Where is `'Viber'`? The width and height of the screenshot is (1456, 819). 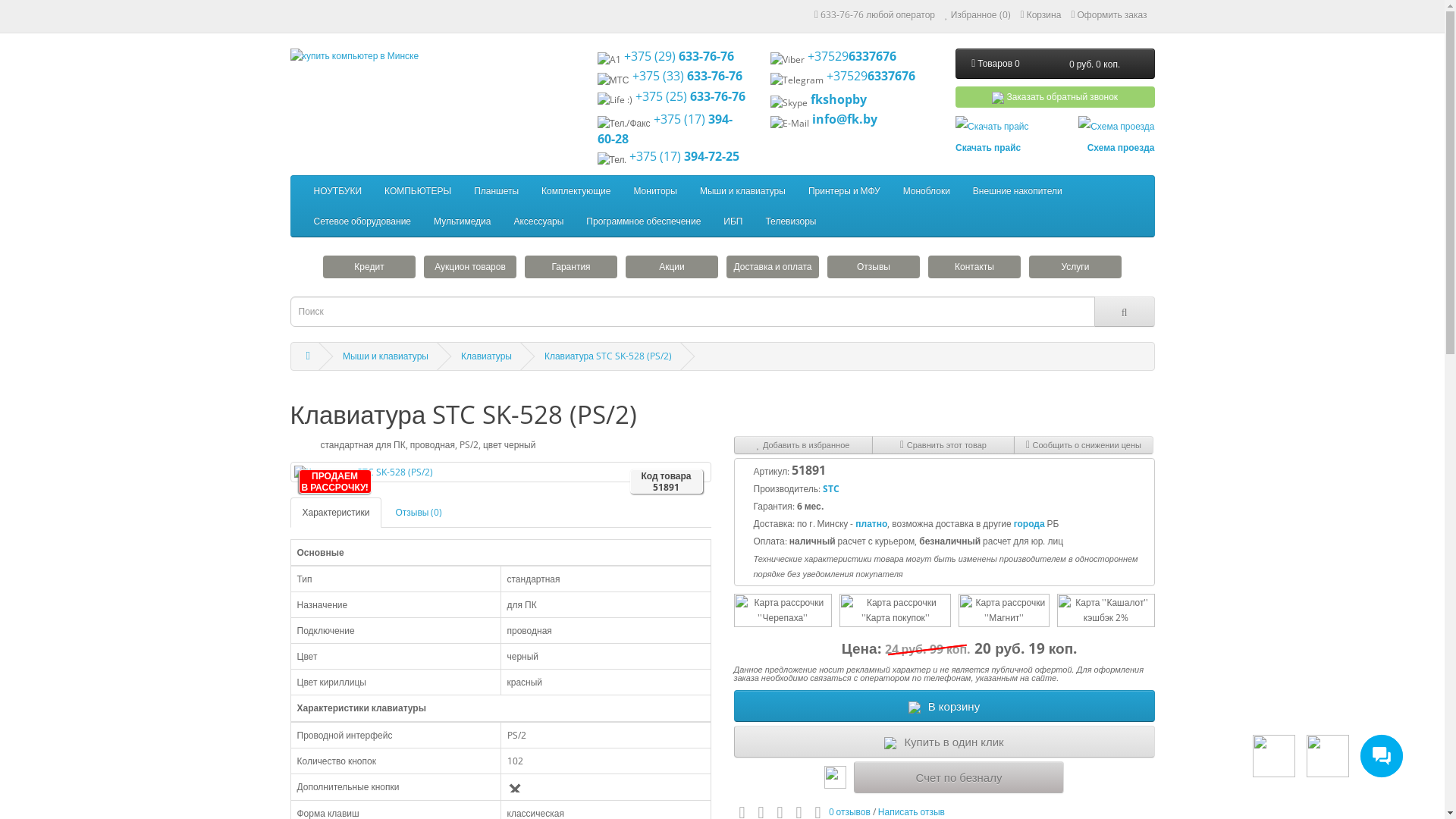 'Viber' is located at coordinates (787, 58).